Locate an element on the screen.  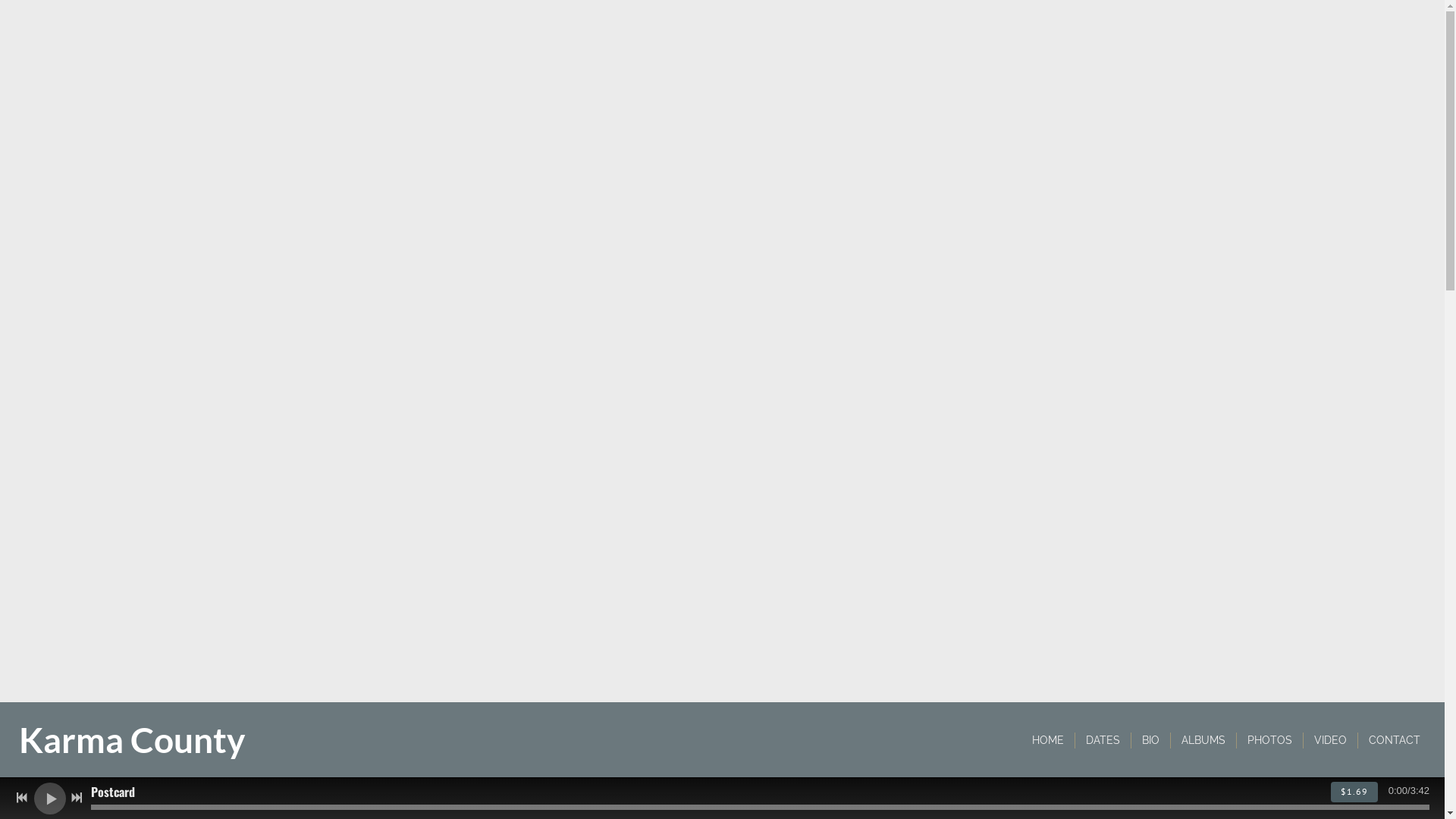
'ALBUMS' is located at coordinates (1203, 739).